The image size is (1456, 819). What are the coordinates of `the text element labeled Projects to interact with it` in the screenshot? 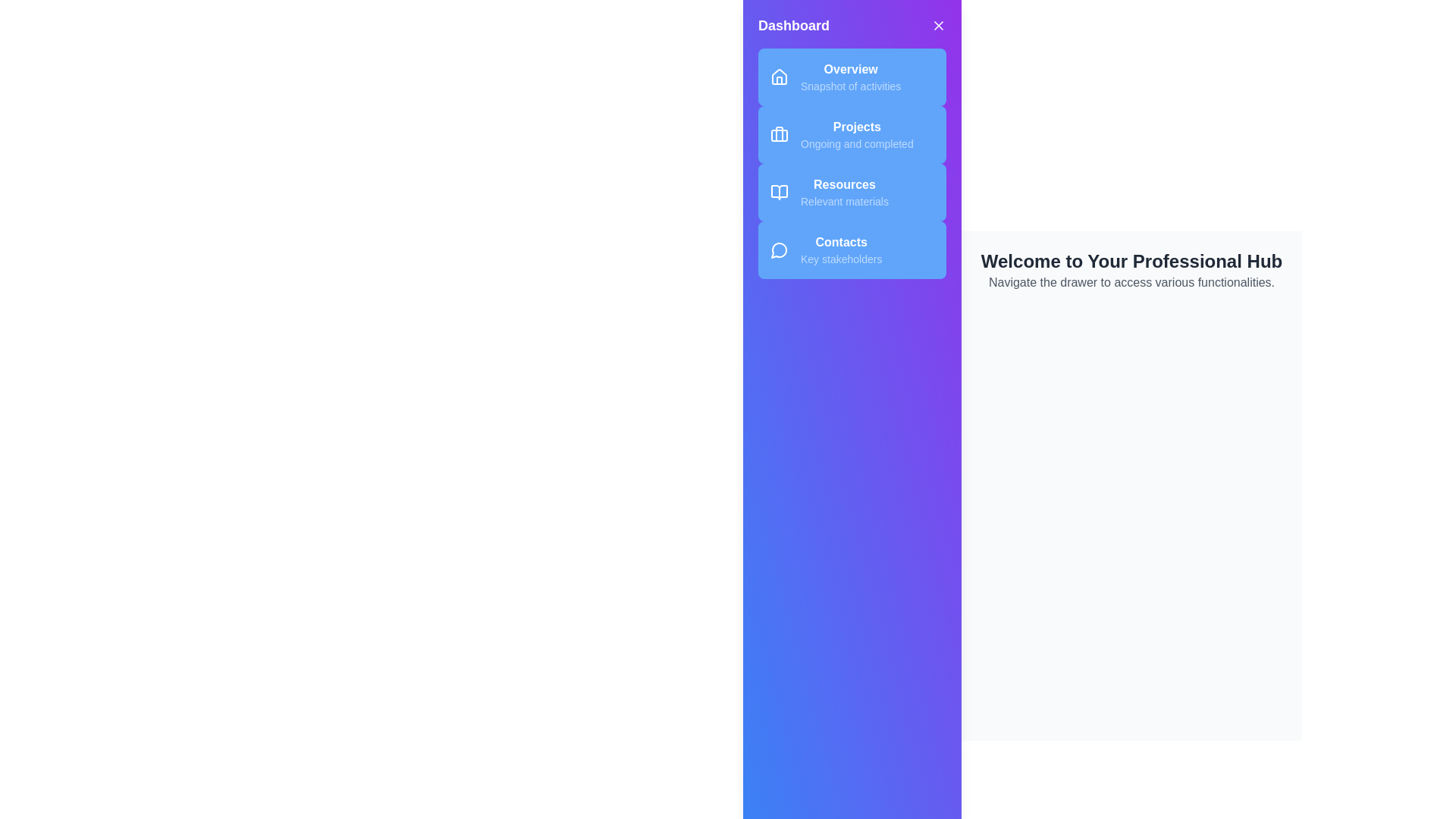 It's located at (856, 127).